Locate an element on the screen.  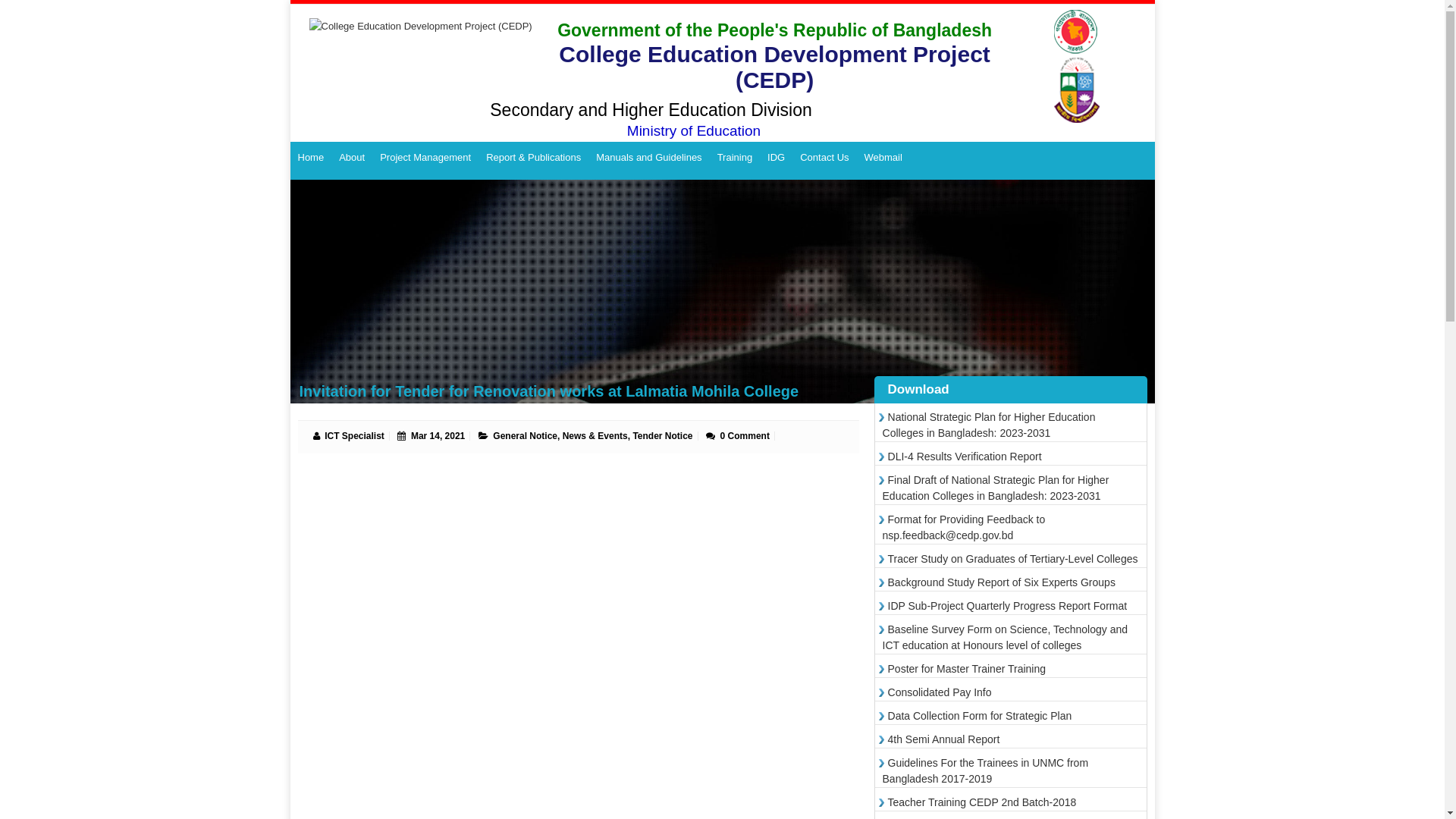
'Contact Us' is located at coordinates (823, 158).